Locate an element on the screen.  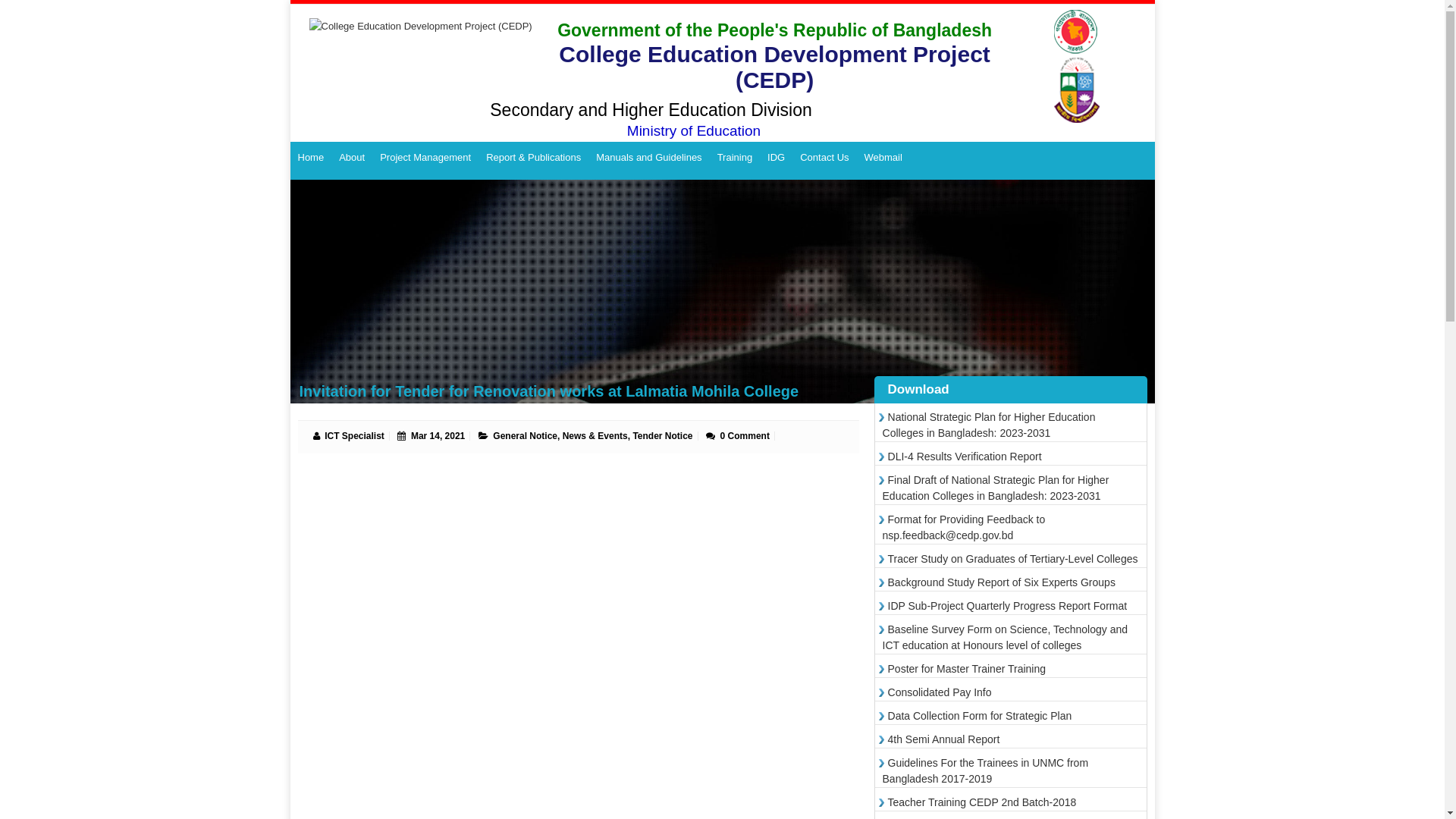
'Contact Us' is located at coordinates (823, 158).